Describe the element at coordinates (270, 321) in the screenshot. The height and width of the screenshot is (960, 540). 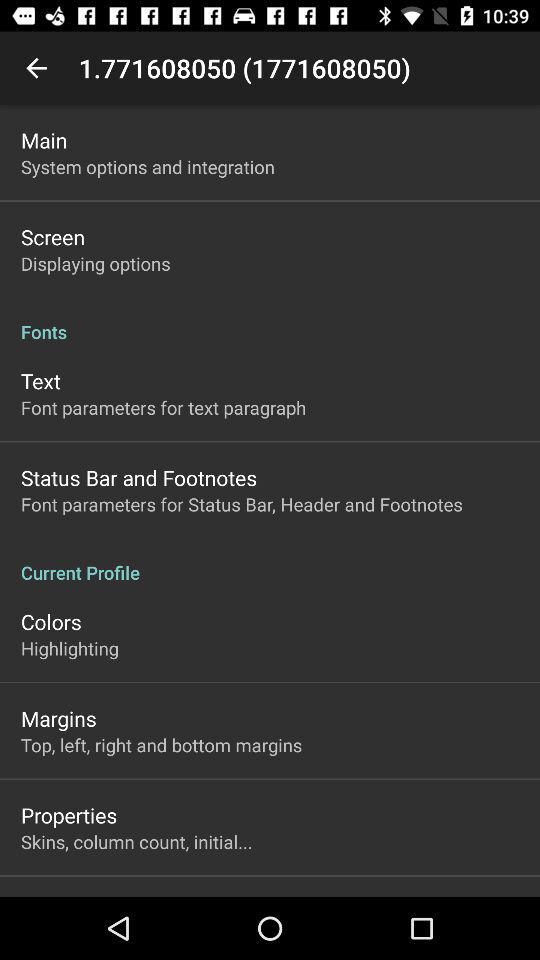
I see `fonts app` at that location.